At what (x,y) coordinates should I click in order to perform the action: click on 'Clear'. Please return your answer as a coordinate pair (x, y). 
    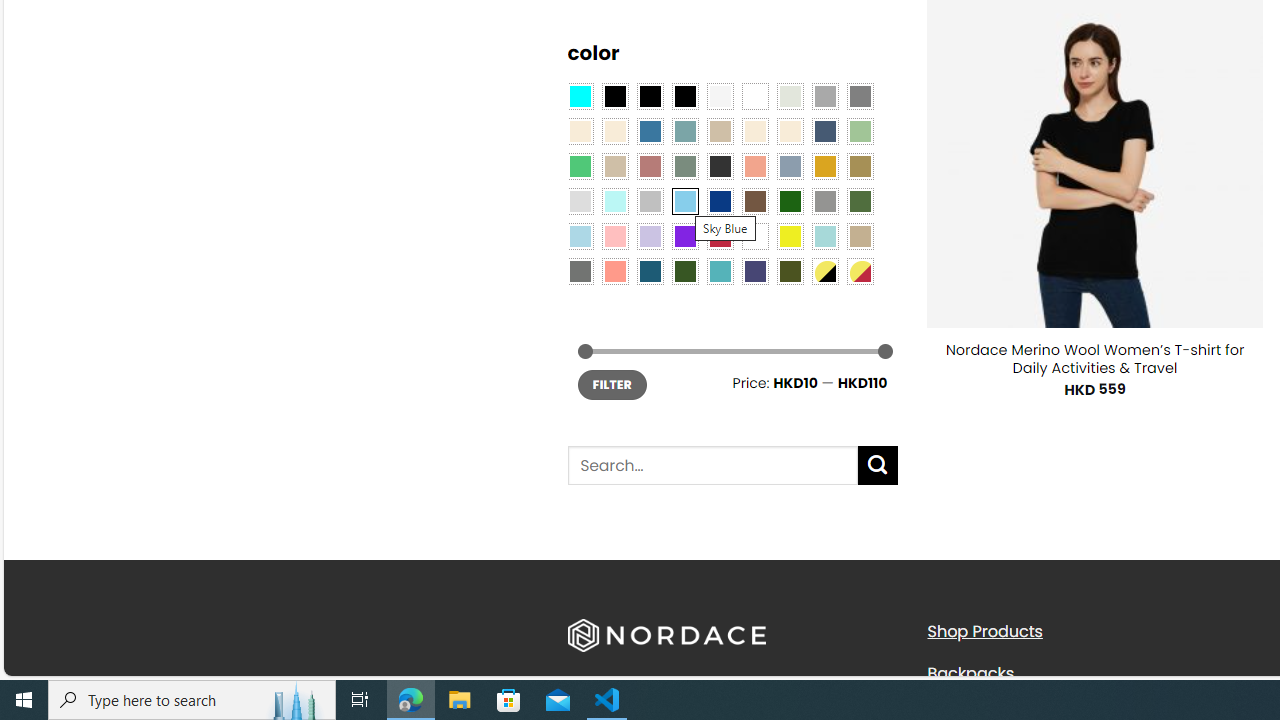
    Looking at the image, I should click on (754, 95).